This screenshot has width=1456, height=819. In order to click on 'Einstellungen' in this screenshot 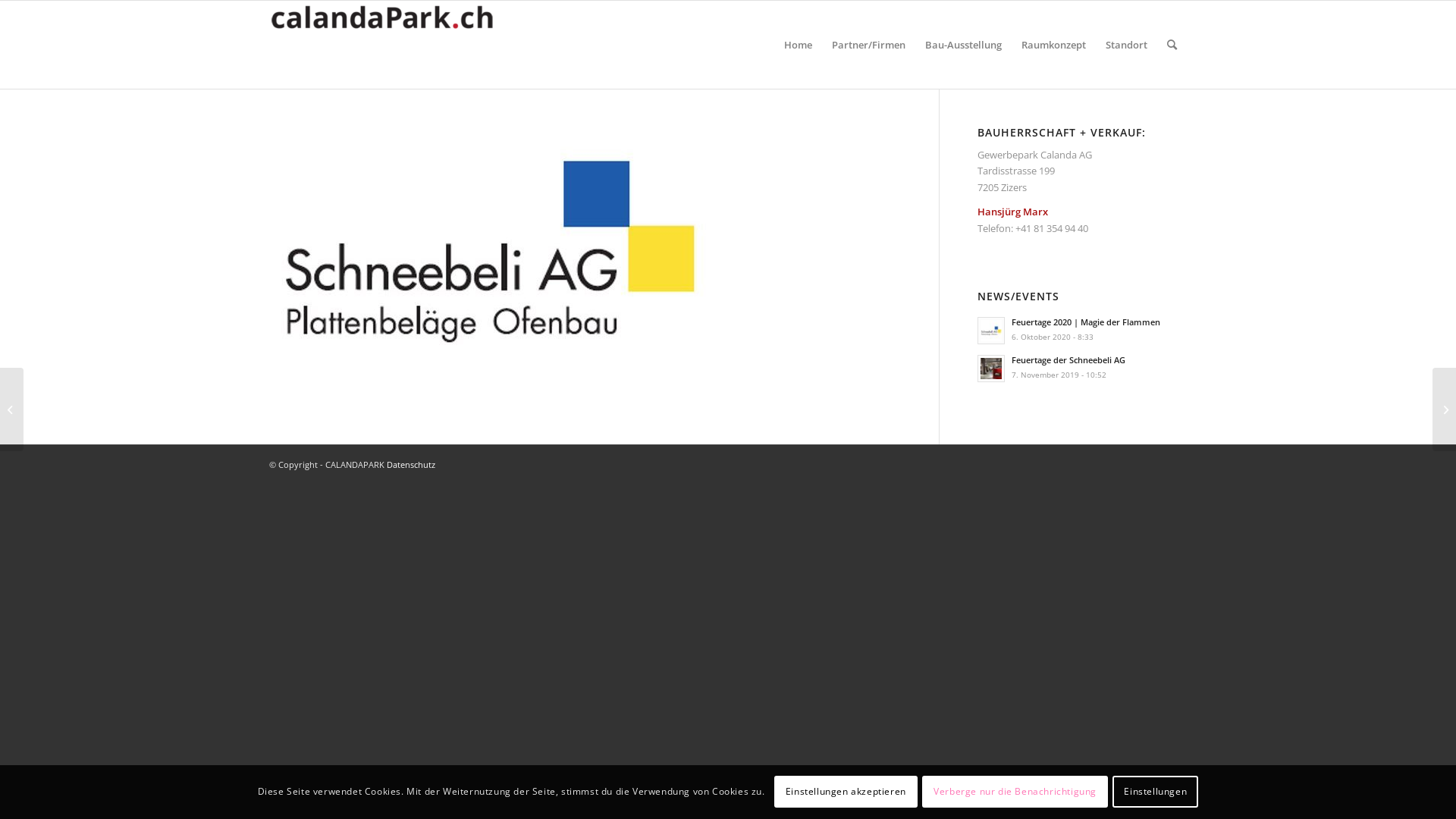, I will do `click(1154, 791)`.